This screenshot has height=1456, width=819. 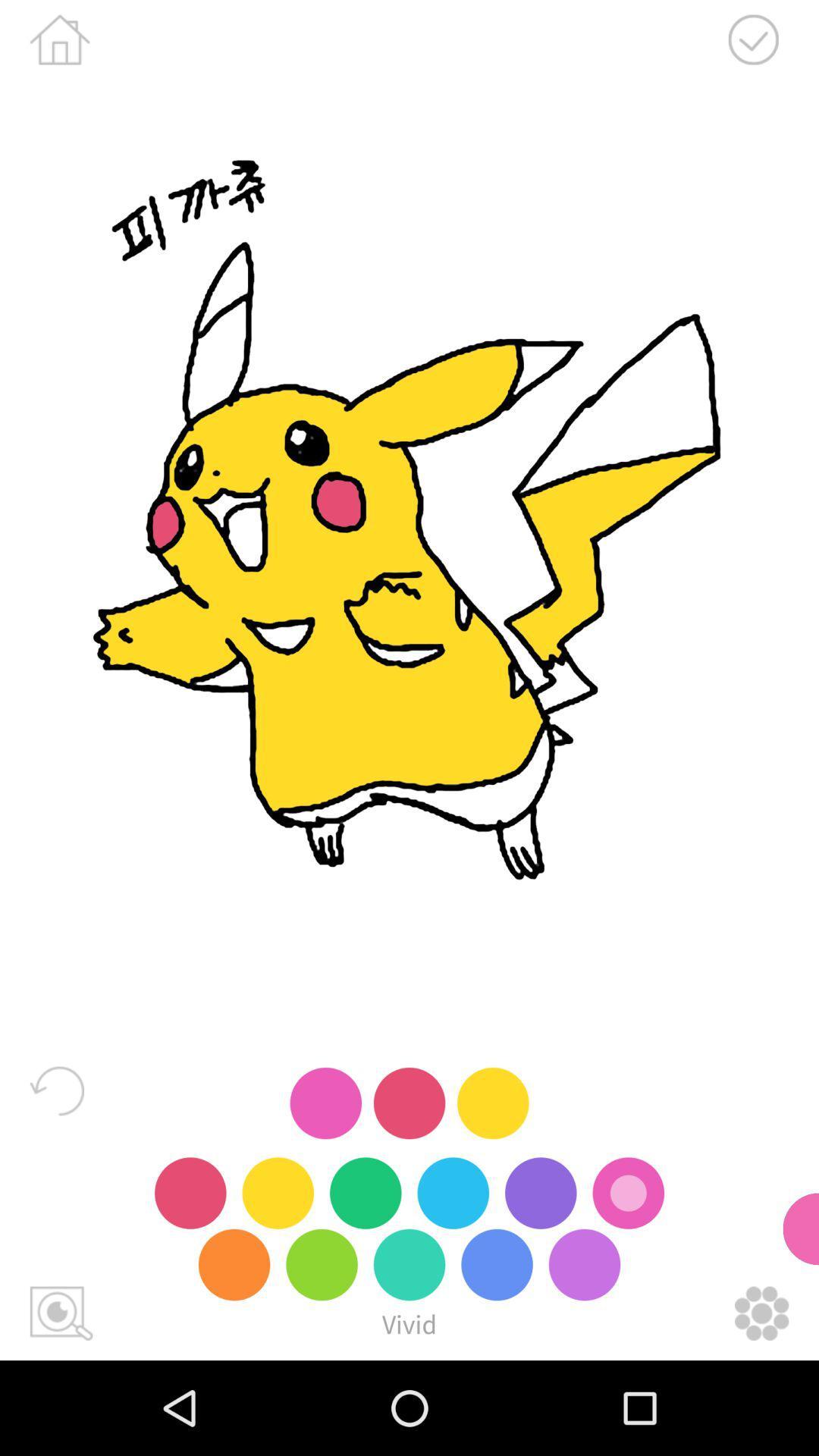 What do you see at coordinates (753, 39) in the screenshot?
I see `choose it` at bounding box center [753, 39].